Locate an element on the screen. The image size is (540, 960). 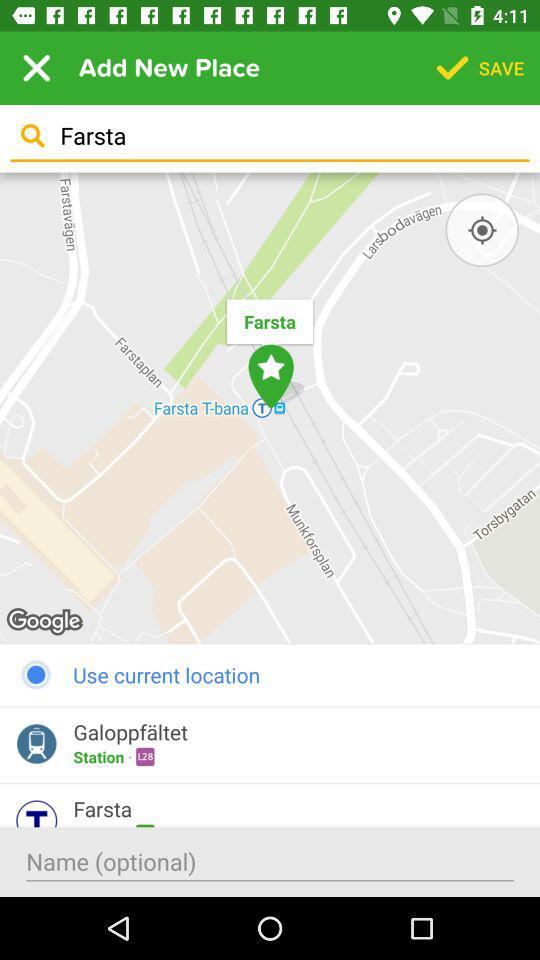
write name input field is located at coordinates (270, 861).